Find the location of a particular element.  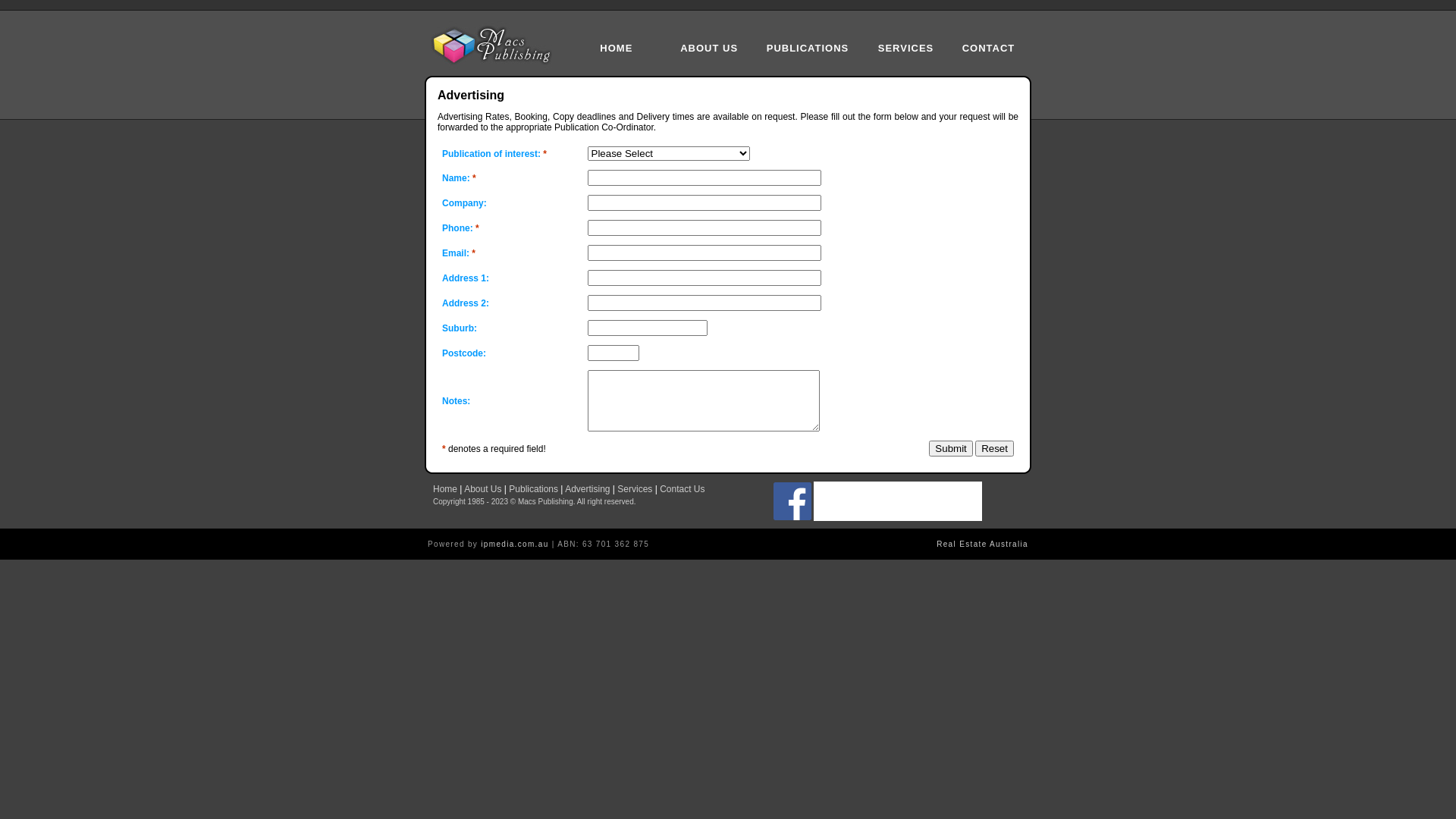

'About Us' is located at coordinates (463, 488).